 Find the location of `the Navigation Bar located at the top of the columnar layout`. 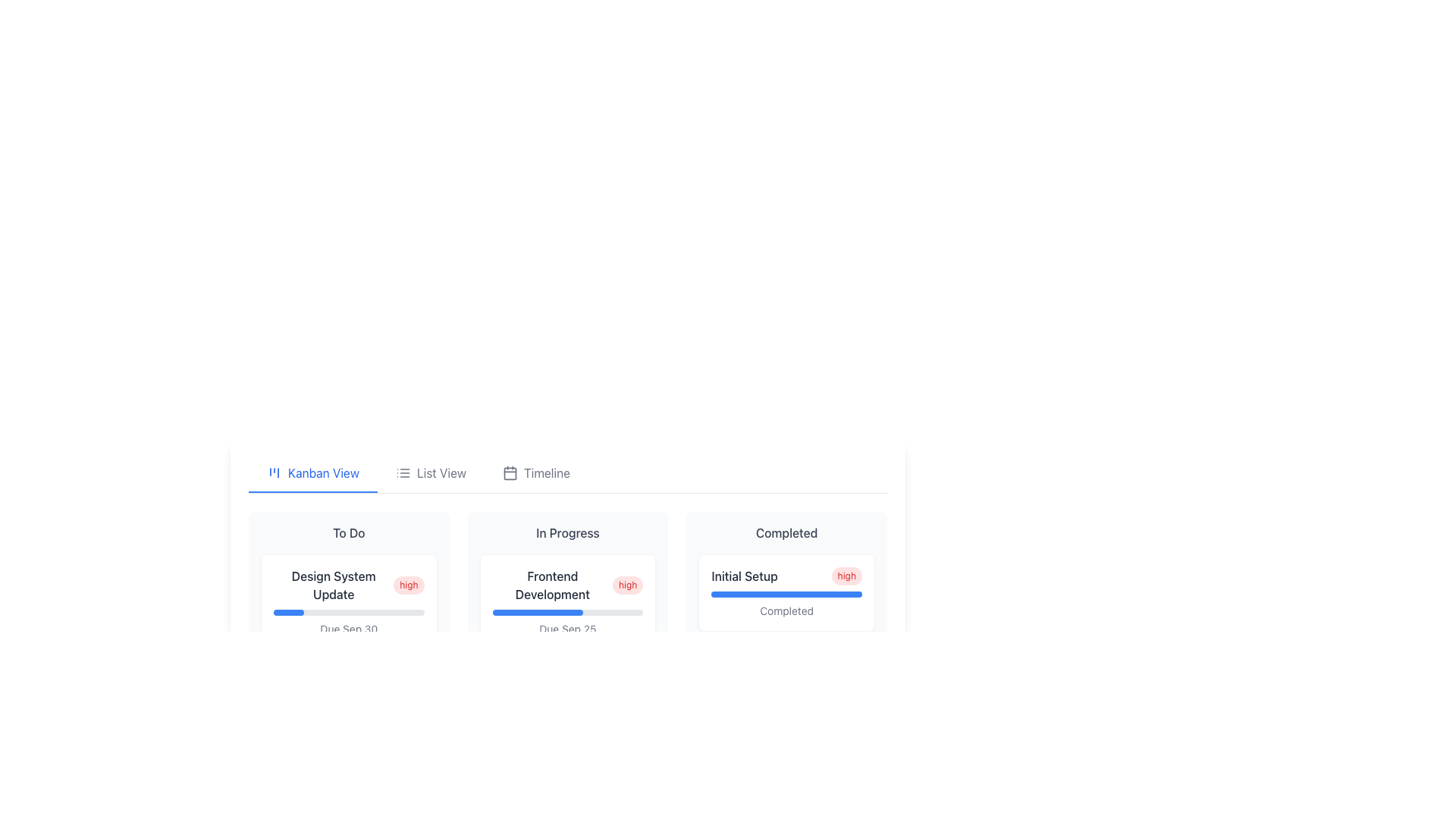

the Navigation Bar located at the top of the columnar layout is located at coordinates (566, 472).